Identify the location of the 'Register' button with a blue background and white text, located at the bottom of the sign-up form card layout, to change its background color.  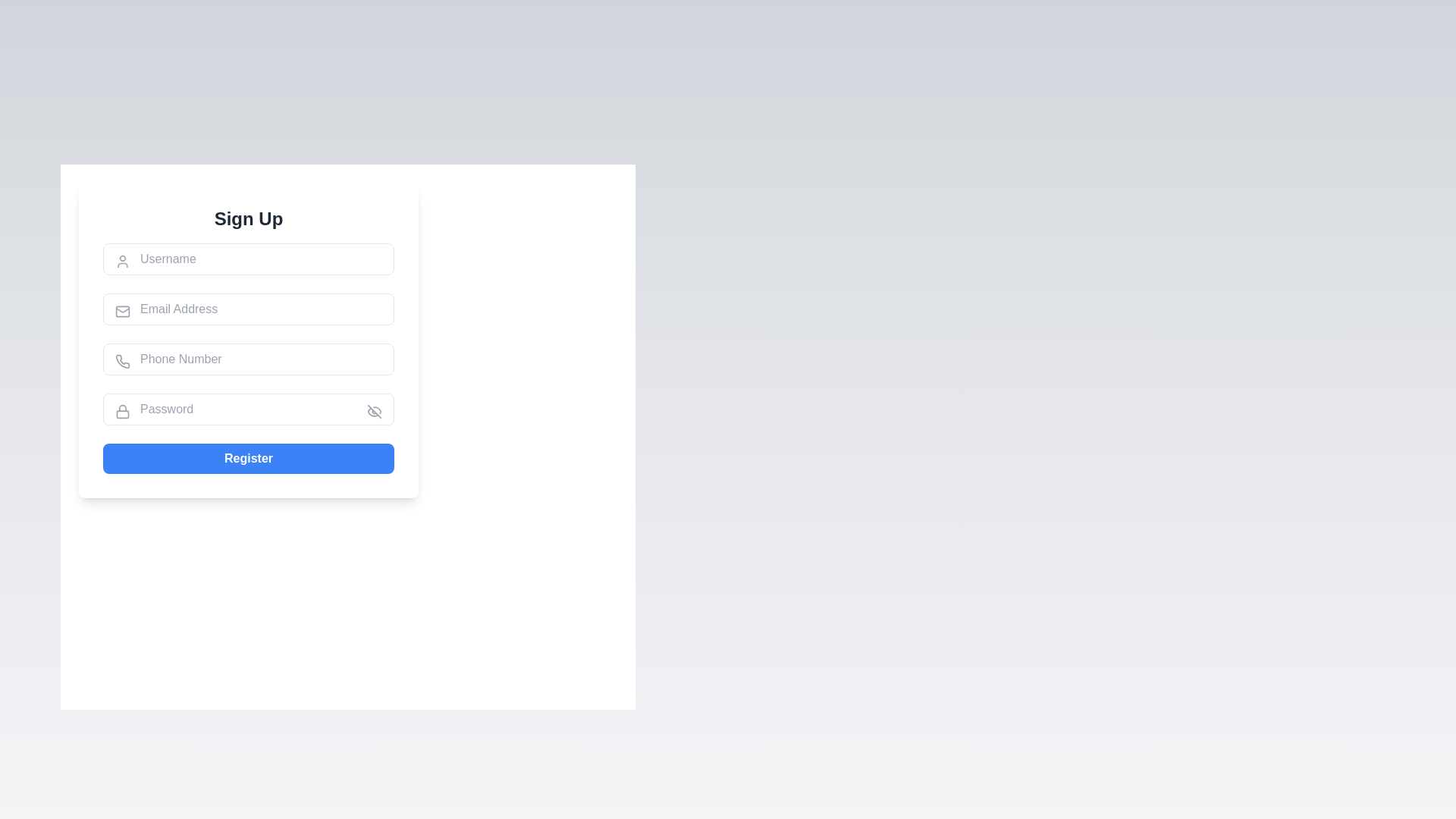
(248, 458).